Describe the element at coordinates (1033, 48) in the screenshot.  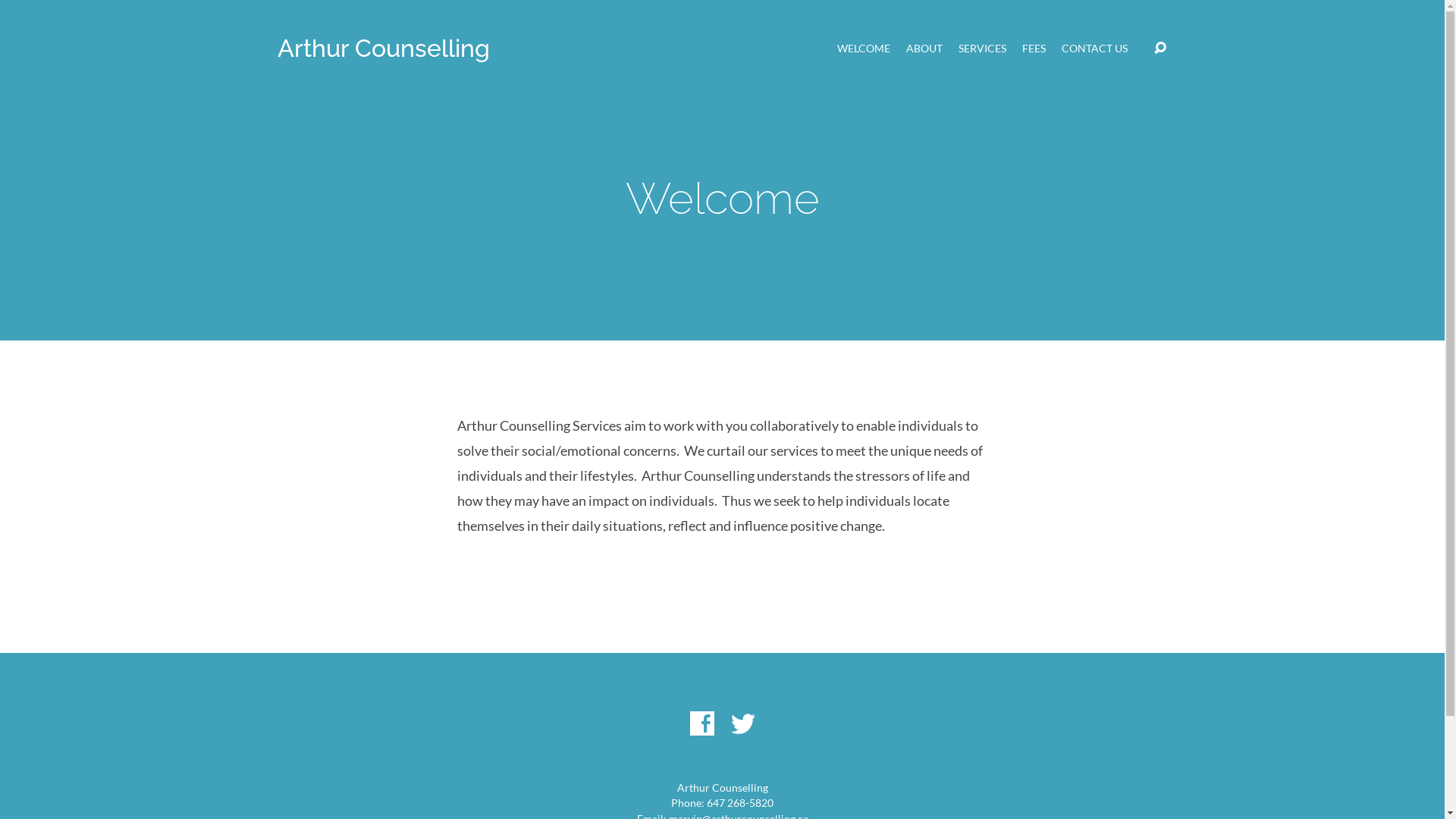
I see `'FEES'` at that location.